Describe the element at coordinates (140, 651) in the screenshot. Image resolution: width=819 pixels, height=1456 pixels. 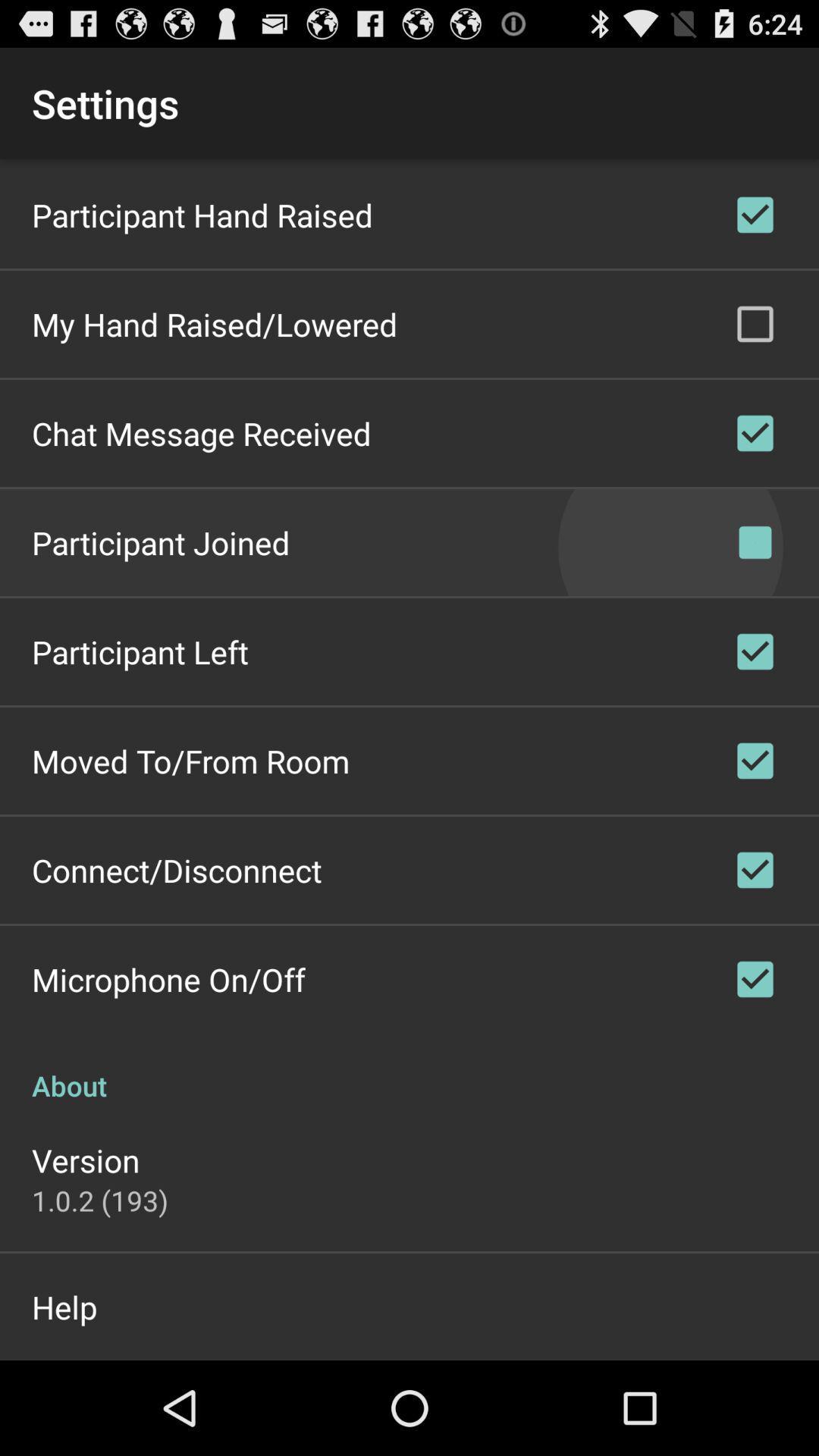
I see `app below participant joined icon` at that location.